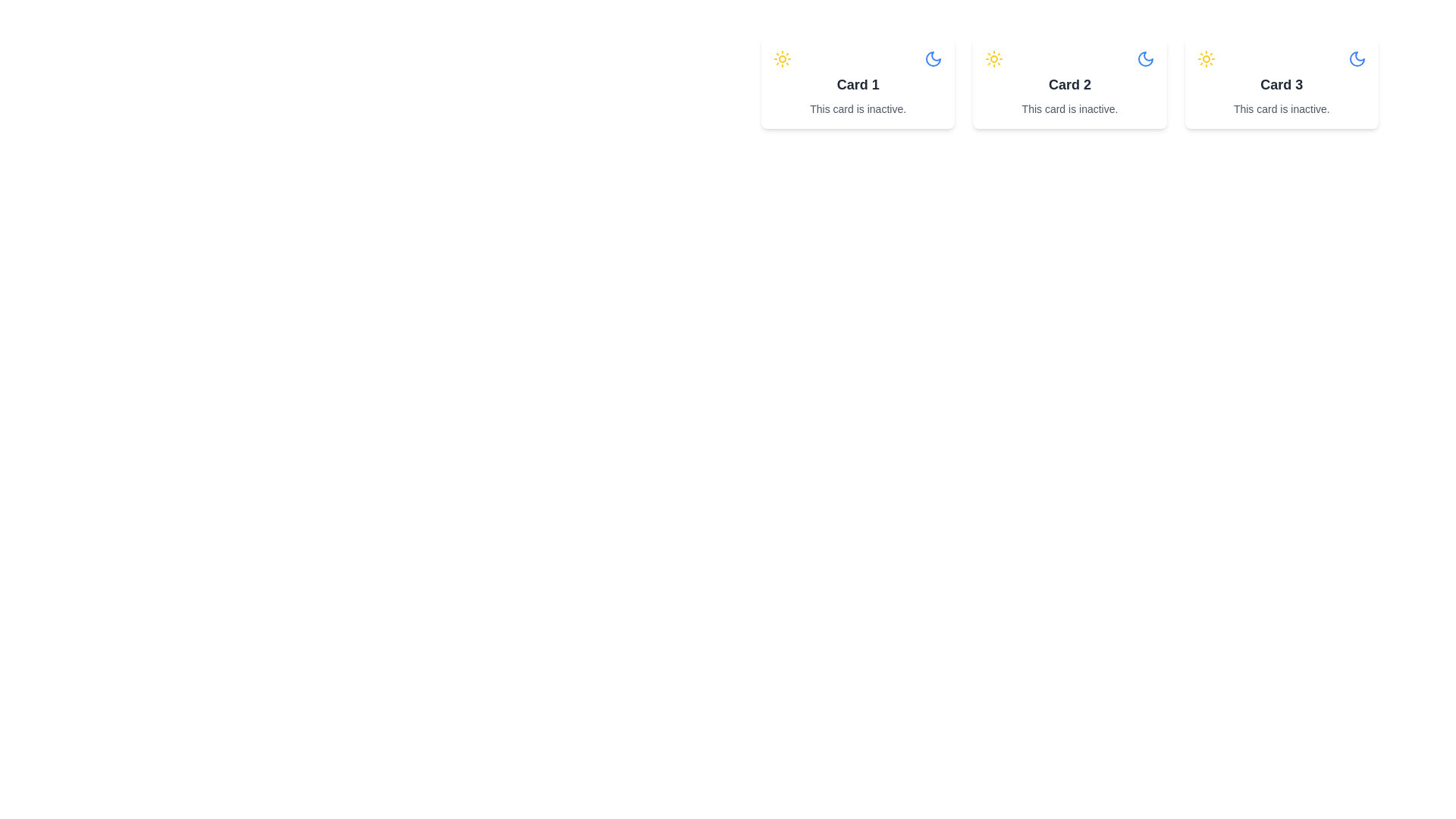 This screenshot has height=819, width=1456. What do you see at coordinates (1357, 58) in the screenshot?
I see `the blue moon-shaped icon located at the top-right corner of 'Card 3'` at bounding box center [1357, 58].